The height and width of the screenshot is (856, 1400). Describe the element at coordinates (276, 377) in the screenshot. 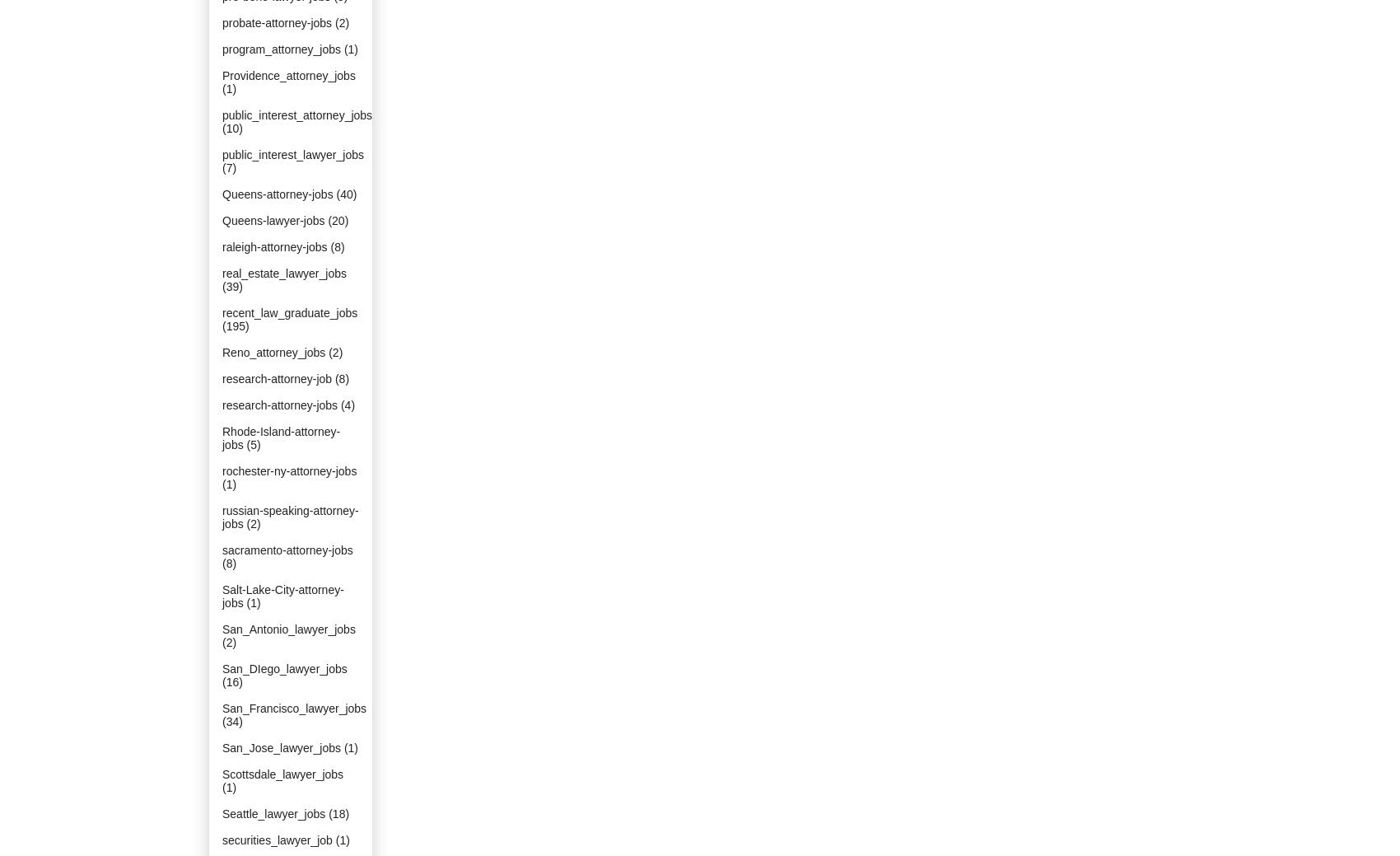

I see `'research-attorney-job'` at that location.